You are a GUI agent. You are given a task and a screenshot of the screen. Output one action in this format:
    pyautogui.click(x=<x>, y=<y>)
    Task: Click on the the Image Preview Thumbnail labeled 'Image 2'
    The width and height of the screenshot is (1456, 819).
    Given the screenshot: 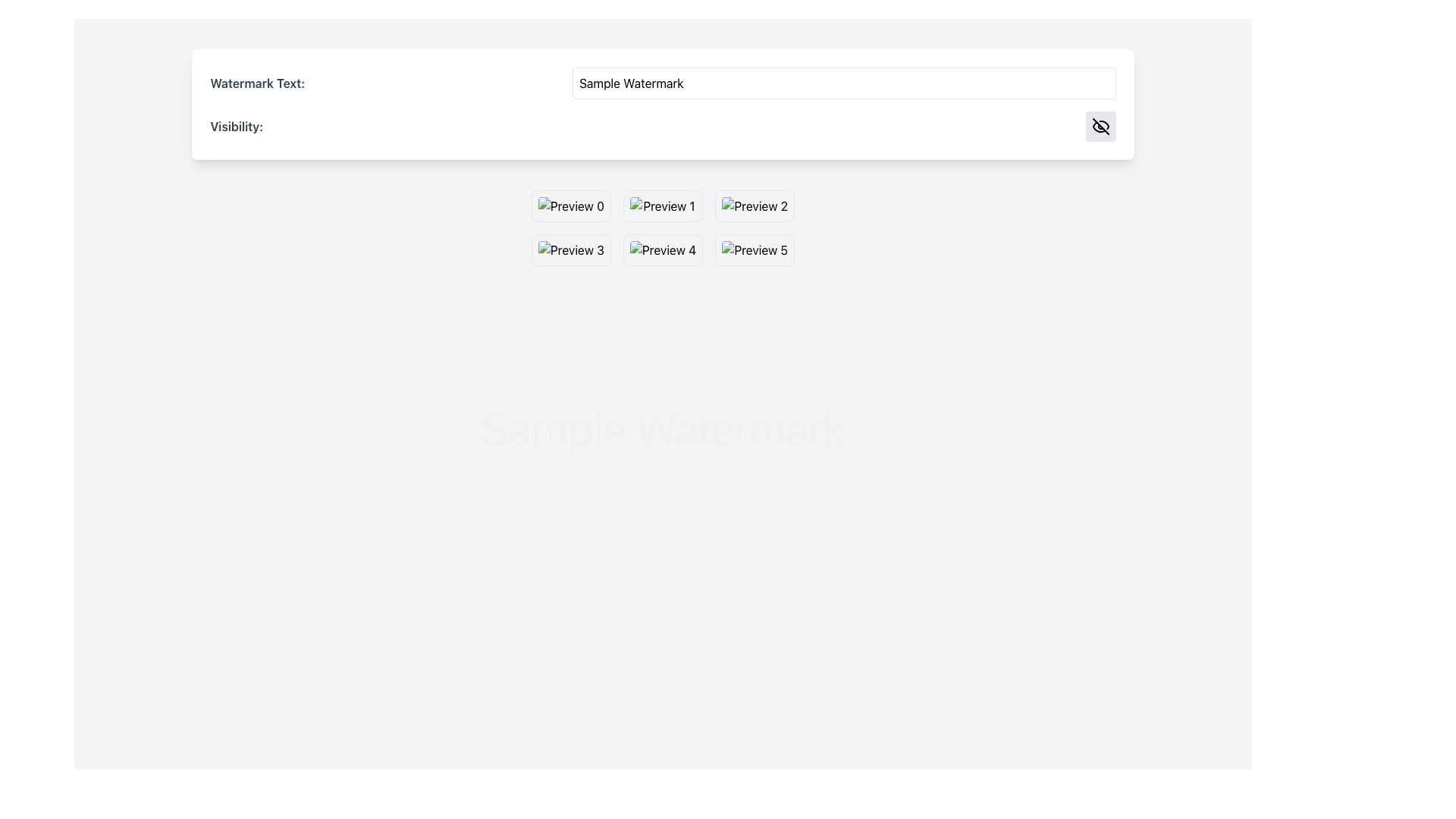 What is the action you would take?
    pyautogui.click(x=663, y=206)
    